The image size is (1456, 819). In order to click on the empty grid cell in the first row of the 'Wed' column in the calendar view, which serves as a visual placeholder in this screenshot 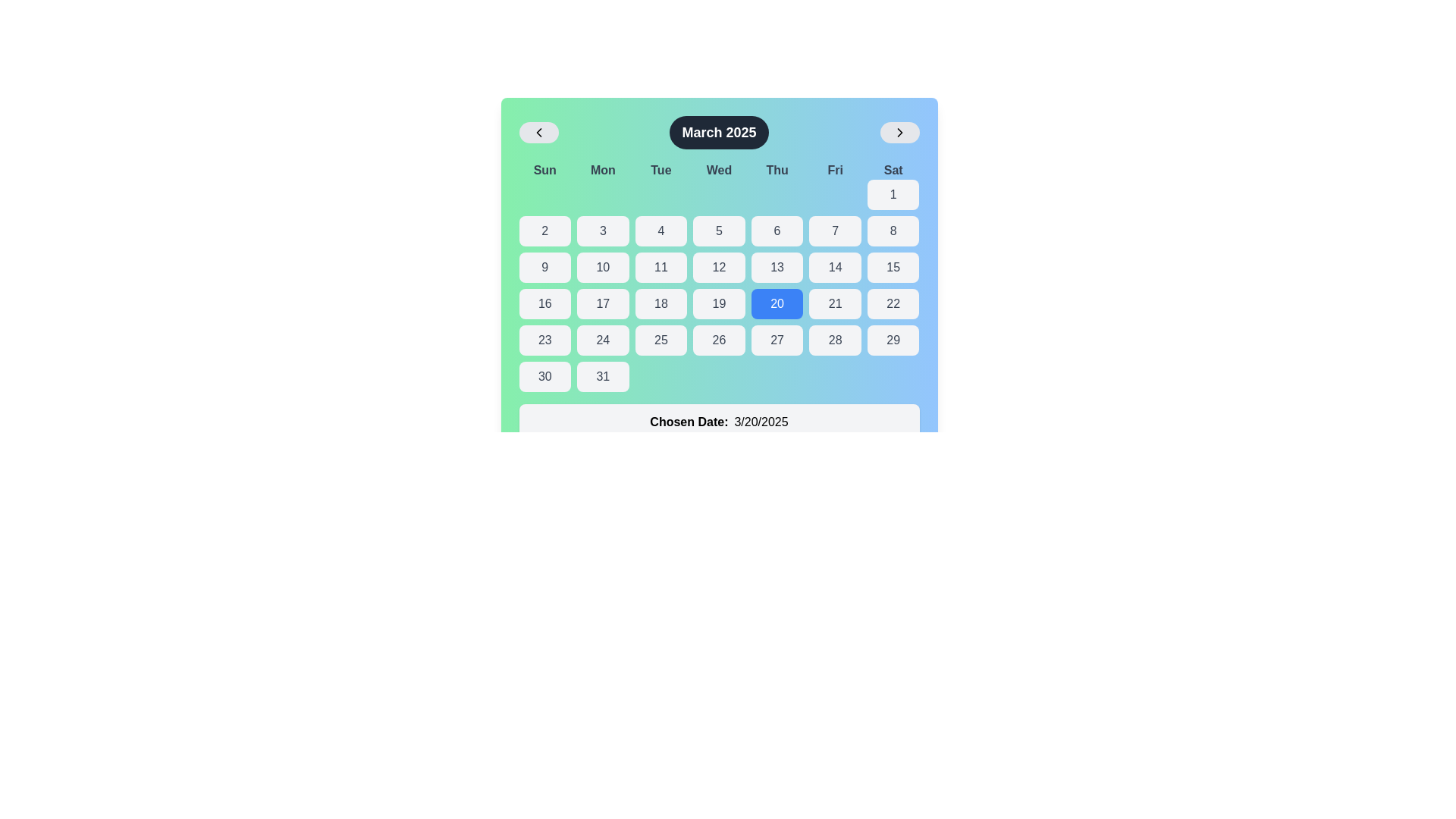, I will do `click(718, 194)`.